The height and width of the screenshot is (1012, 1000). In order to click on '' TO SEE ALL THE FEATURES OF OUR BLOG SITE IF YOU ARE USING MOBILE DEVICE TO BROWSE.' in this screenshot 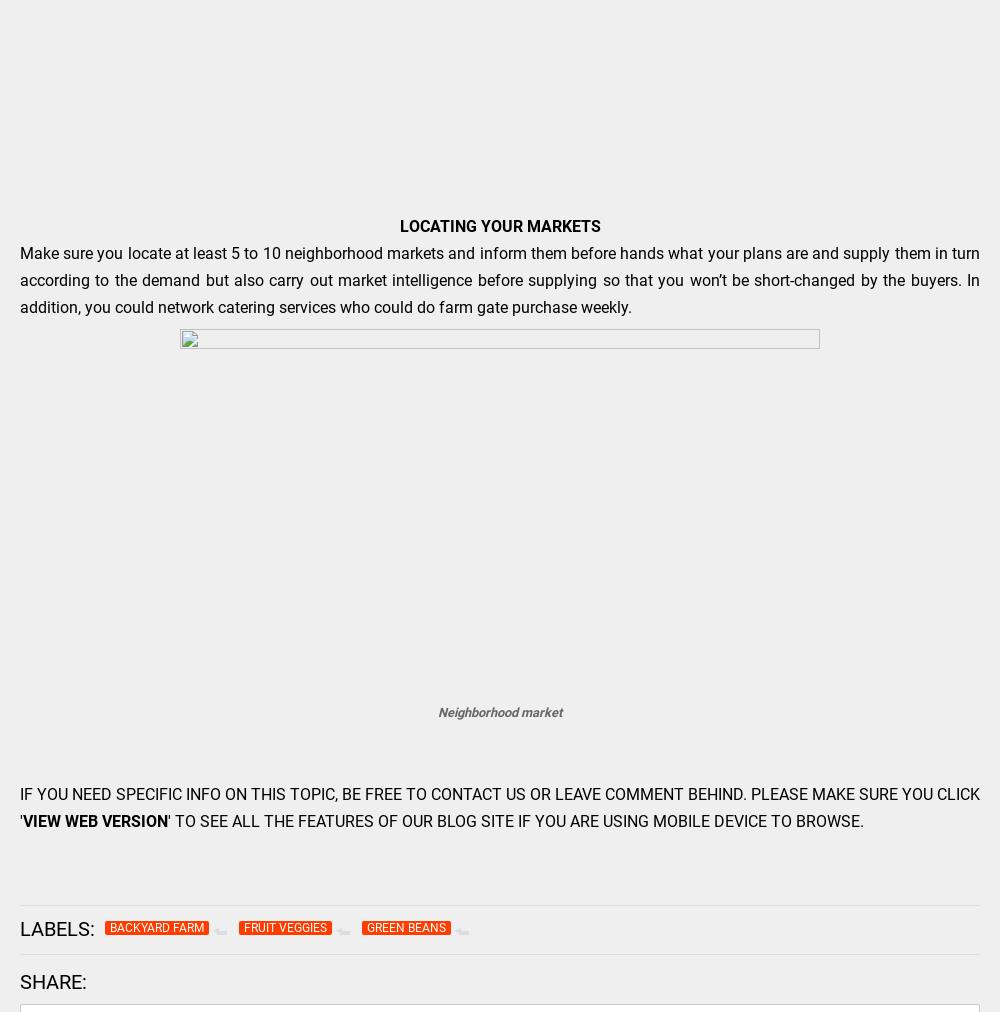, I will do `click(518, 820)`.